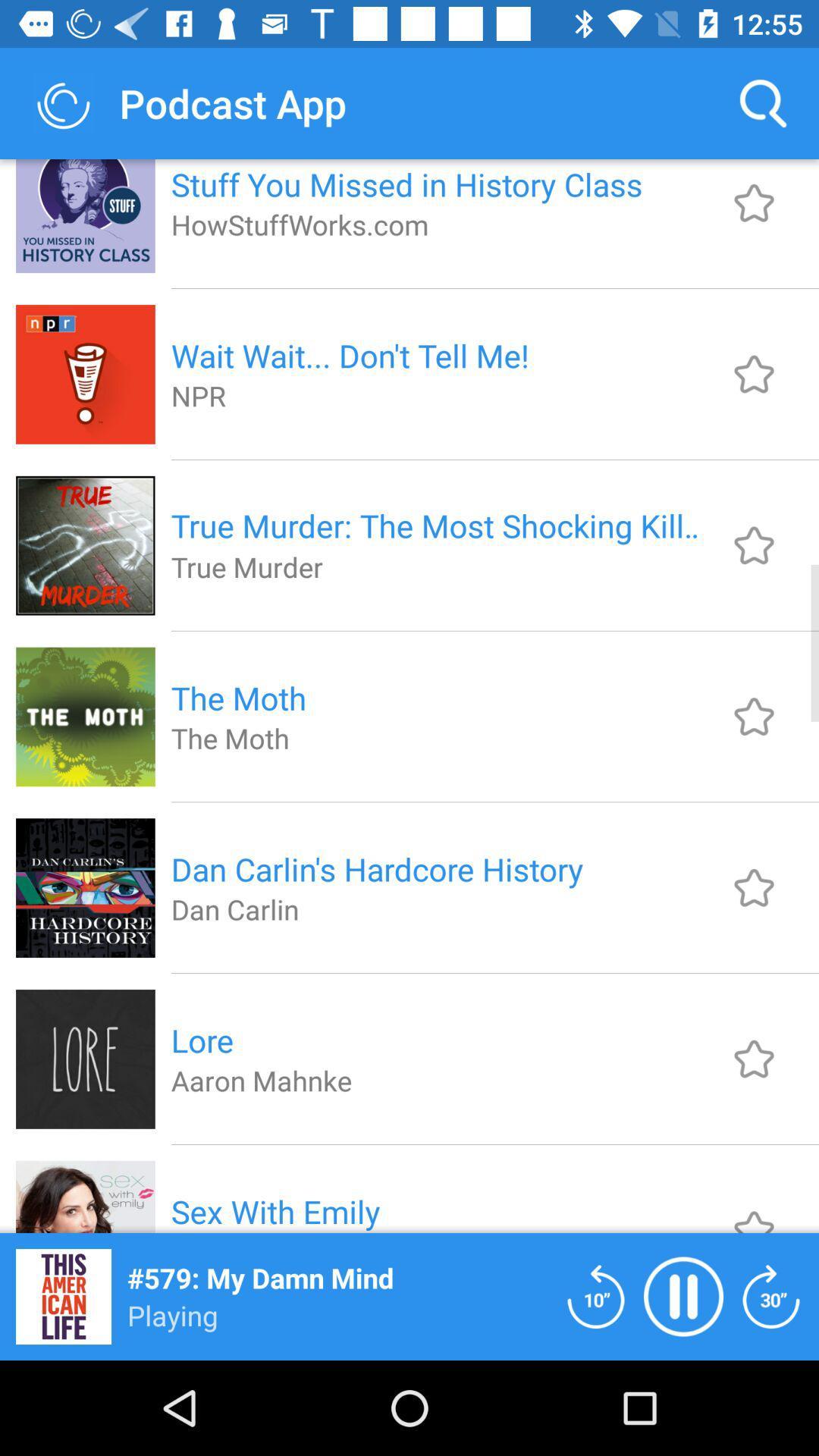  What do you see at coordinates (754, 202) in the screenshot?
I see `to starred` at bounding box center [754, 202].